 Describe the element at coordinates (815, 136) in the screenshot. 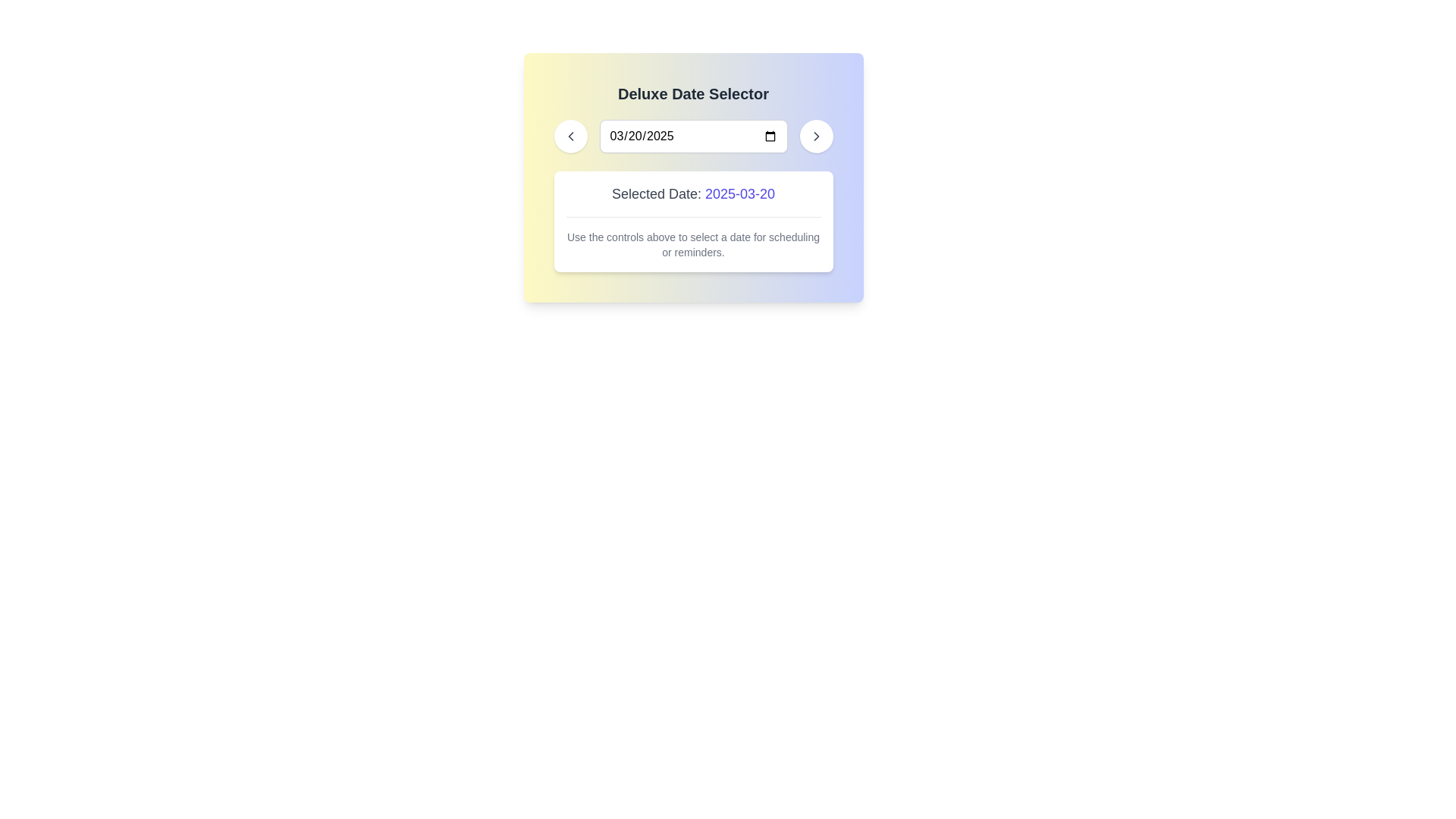

I see `the Chevron Right icon inside the circular button located at the far-right end of the top row of controls in the date selector interface to observe potential visual feedback` at that location.